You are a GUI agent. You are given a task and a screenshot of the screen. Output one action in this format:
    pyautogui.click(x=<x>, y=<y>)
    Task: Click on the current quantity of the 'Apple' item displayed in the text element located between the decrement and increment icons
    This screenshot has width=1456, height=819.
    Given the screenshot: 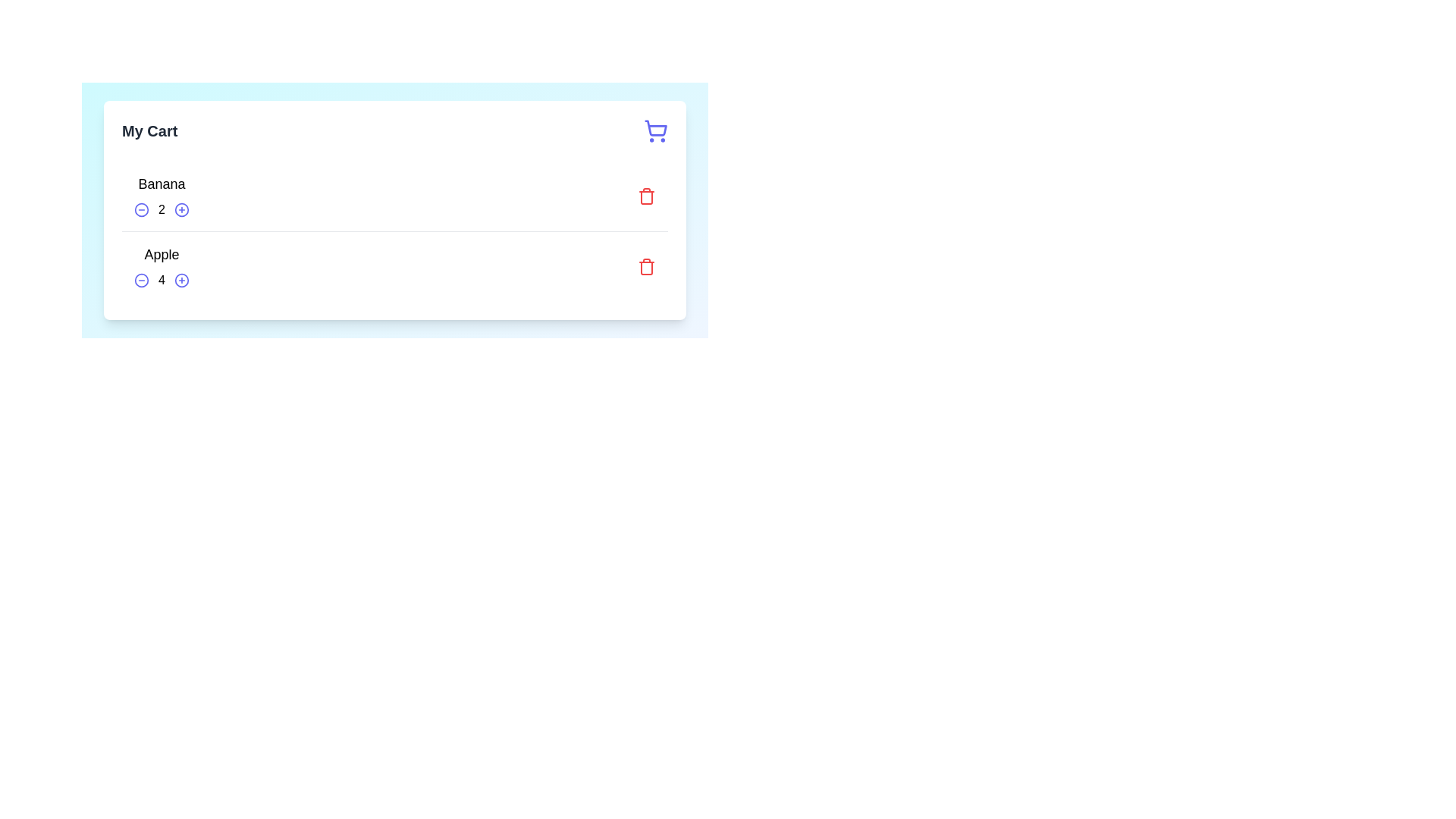 What is the action you would take?
    pyautogui.click(x=162, y=281)
    